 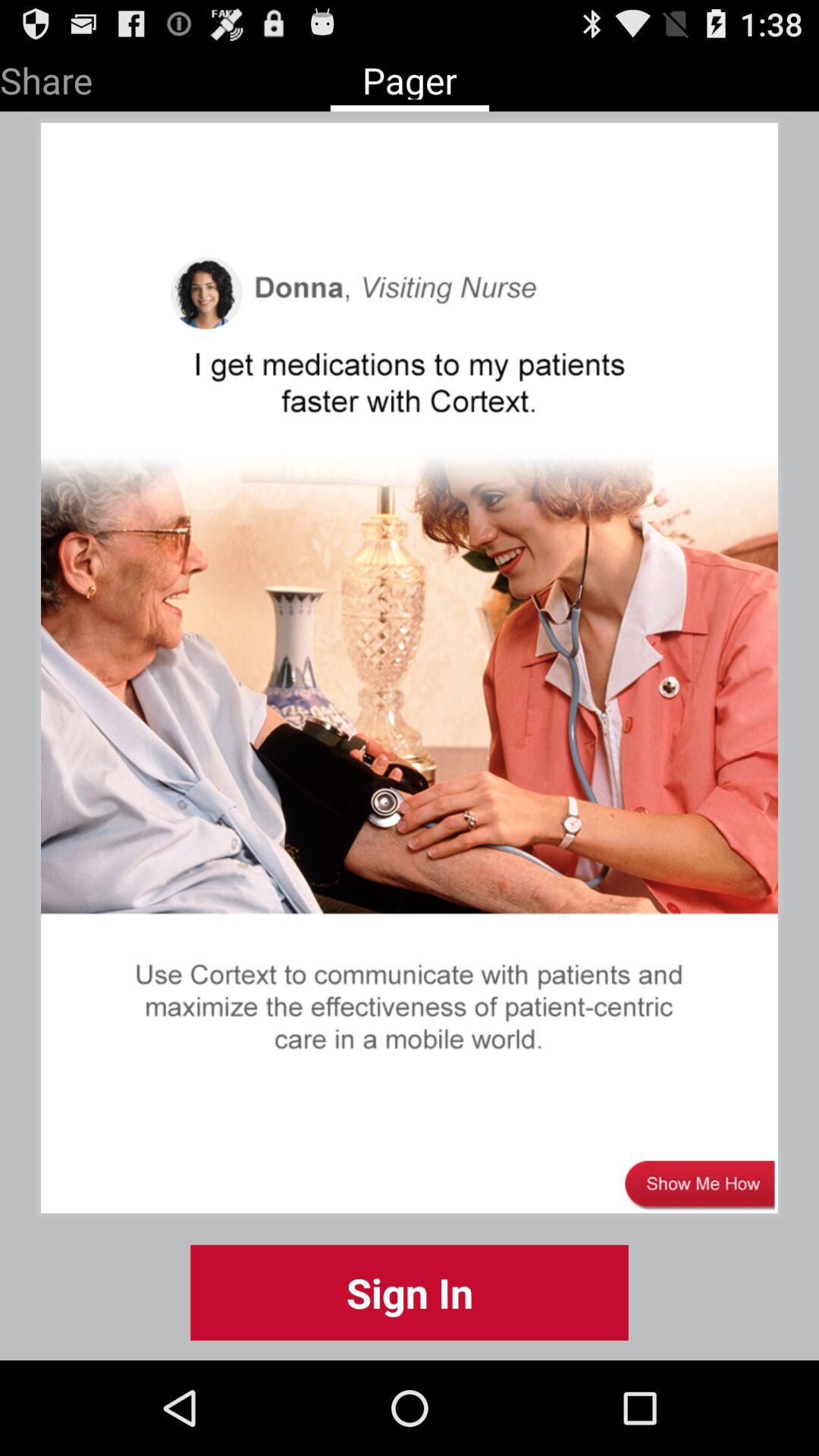 What do you see at coordinates (45, 77) in the screenshot?
I see `the share item` at bounding box center [45, 77].